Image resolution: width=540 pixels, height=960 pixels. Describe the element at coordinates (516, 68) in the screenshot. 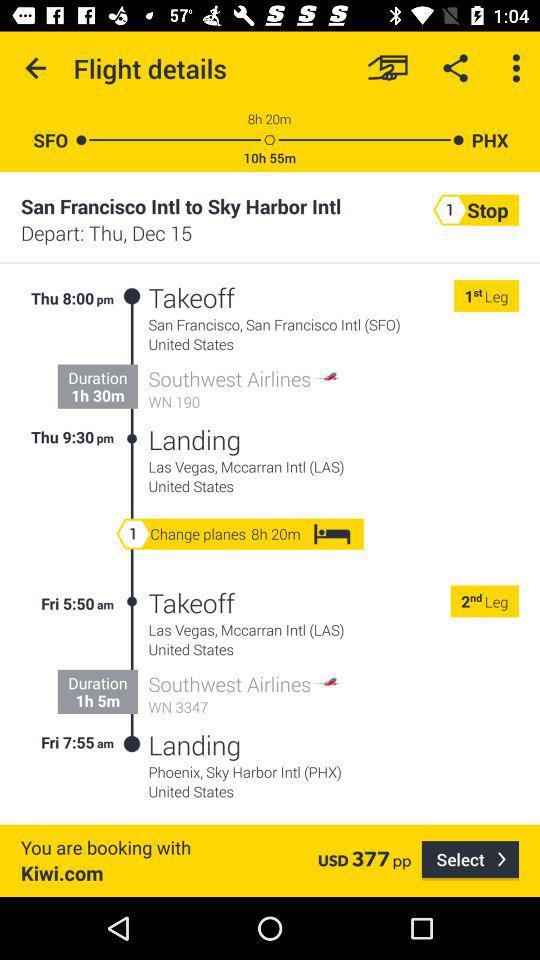

I see `the icon above the phx item` at that location.